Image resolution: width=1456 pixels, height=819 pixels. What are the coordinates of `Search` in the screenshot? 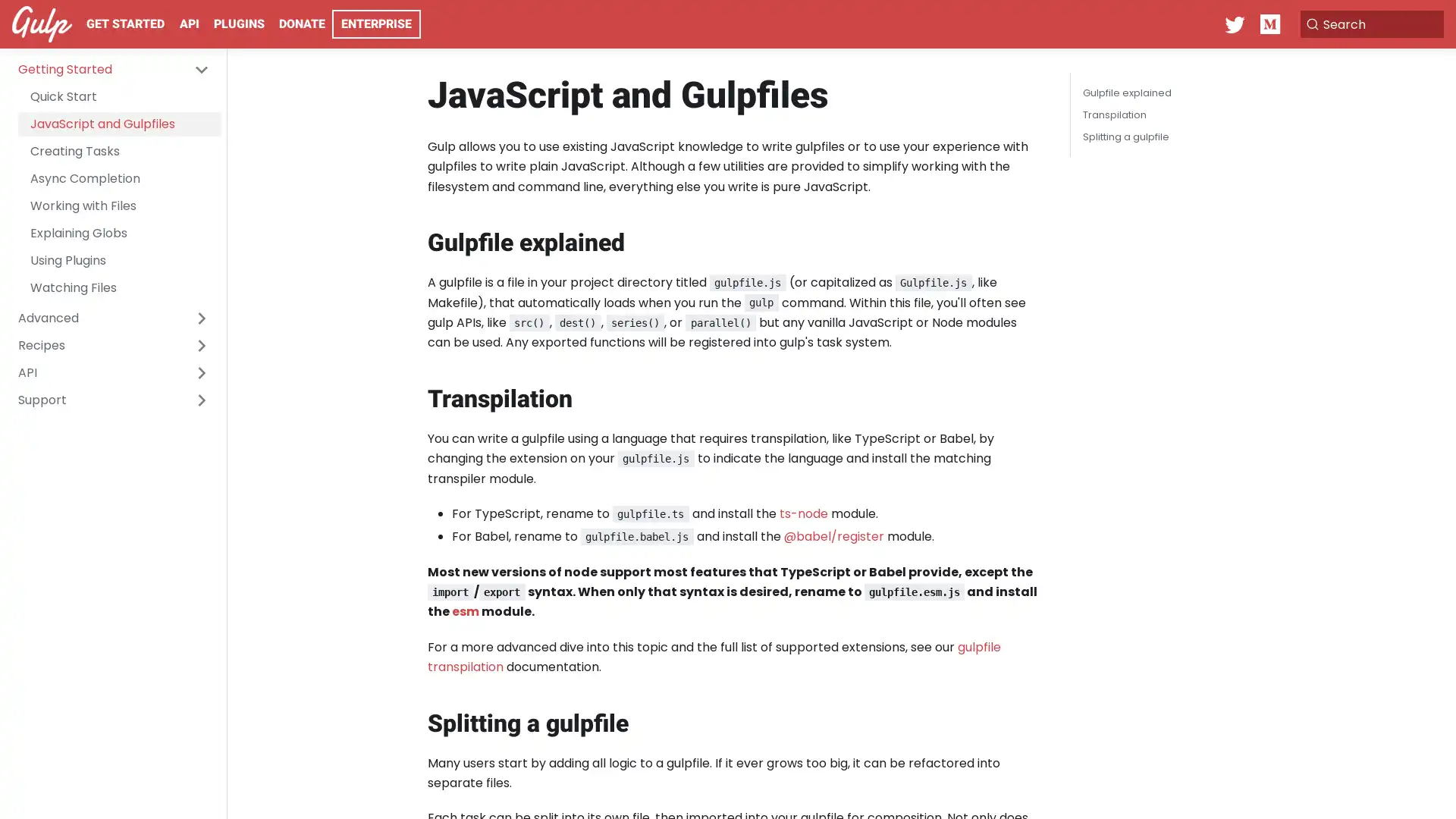 It's located at (1368, 24).